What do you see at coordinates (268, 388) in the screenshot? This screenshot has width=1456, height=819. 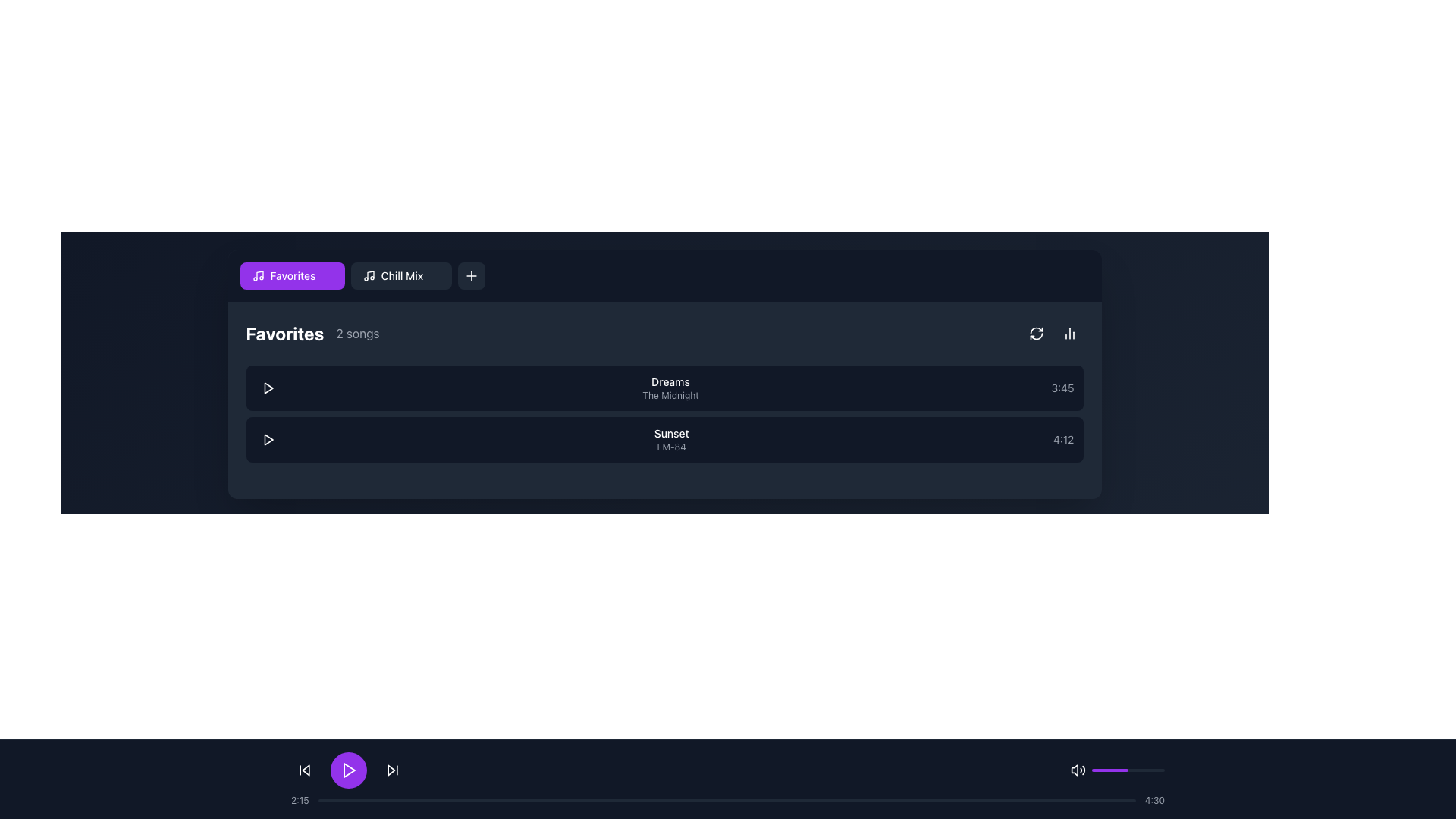 I see `the playback button for the song 'Dreams' by 'The Midnight' to change its background color` at bounding box center [268, 388].